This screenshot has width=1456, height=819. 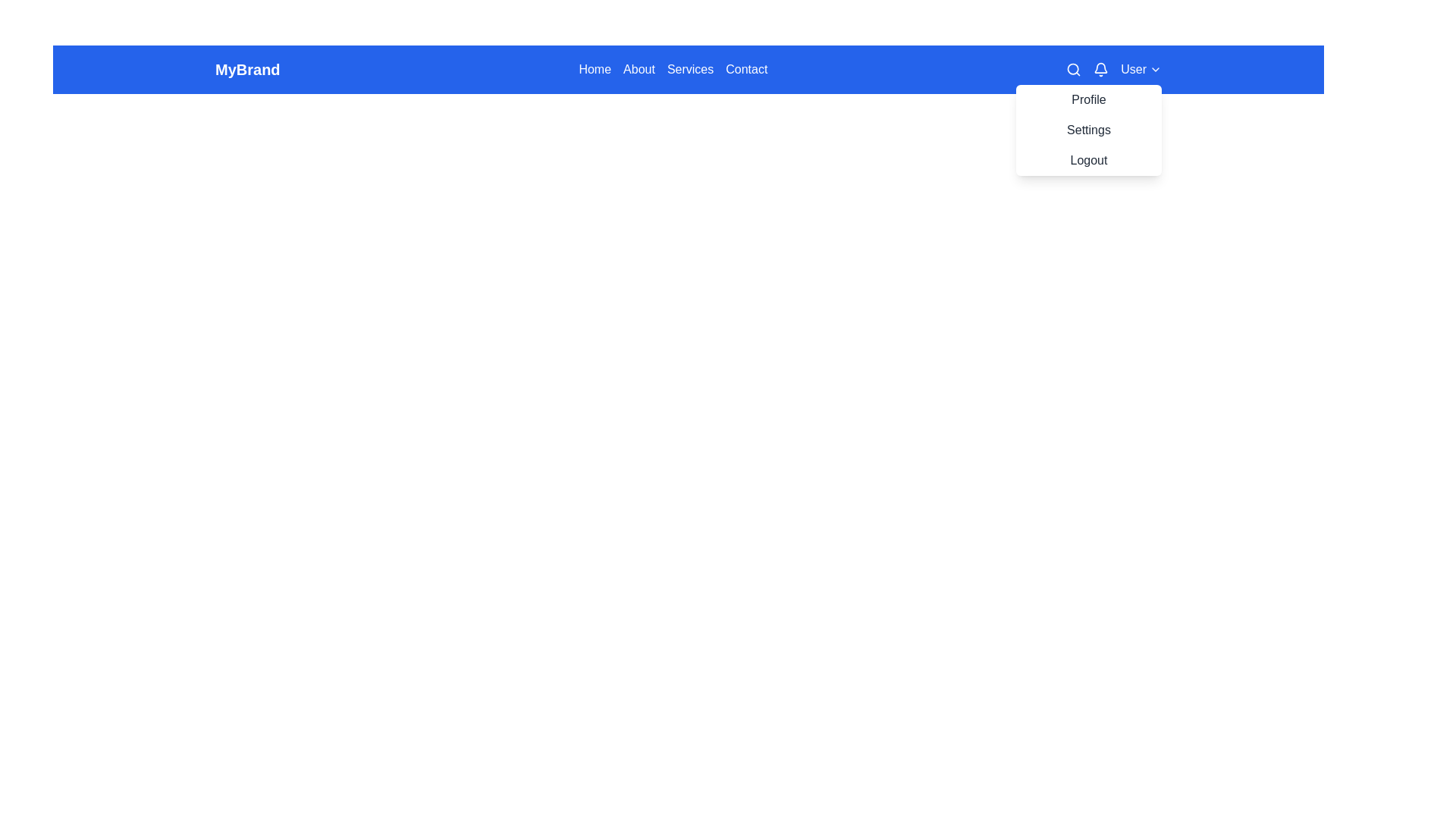 I want to click on the third navigation link labeled 'Services', so click(x=687, y=70).